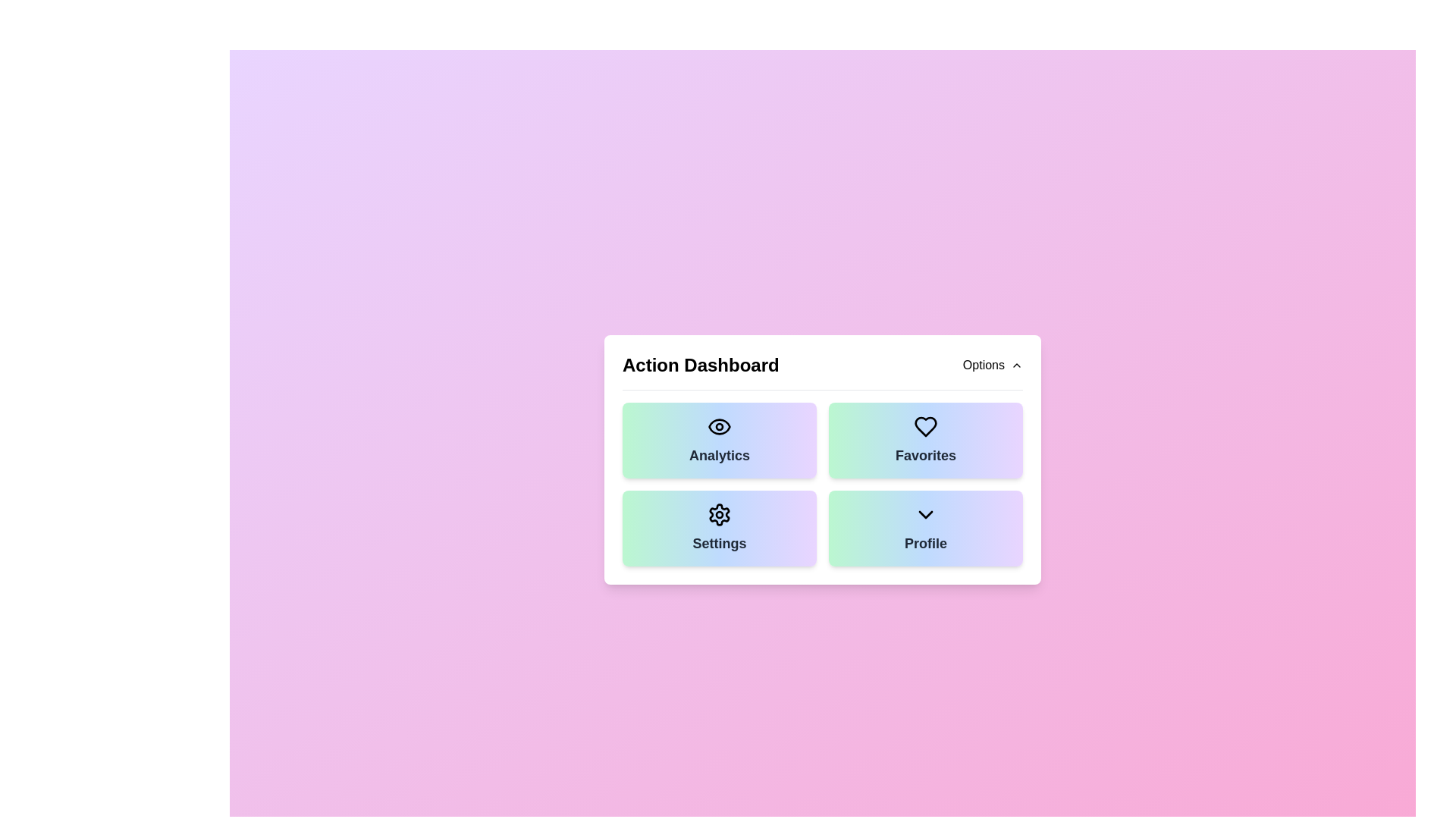  Describe the element at coordinates (993, 365) in the screenshot. I see `the 'Options' dropdown menu trigger located in the top-right corner of the Action Dashboard section` at that location.